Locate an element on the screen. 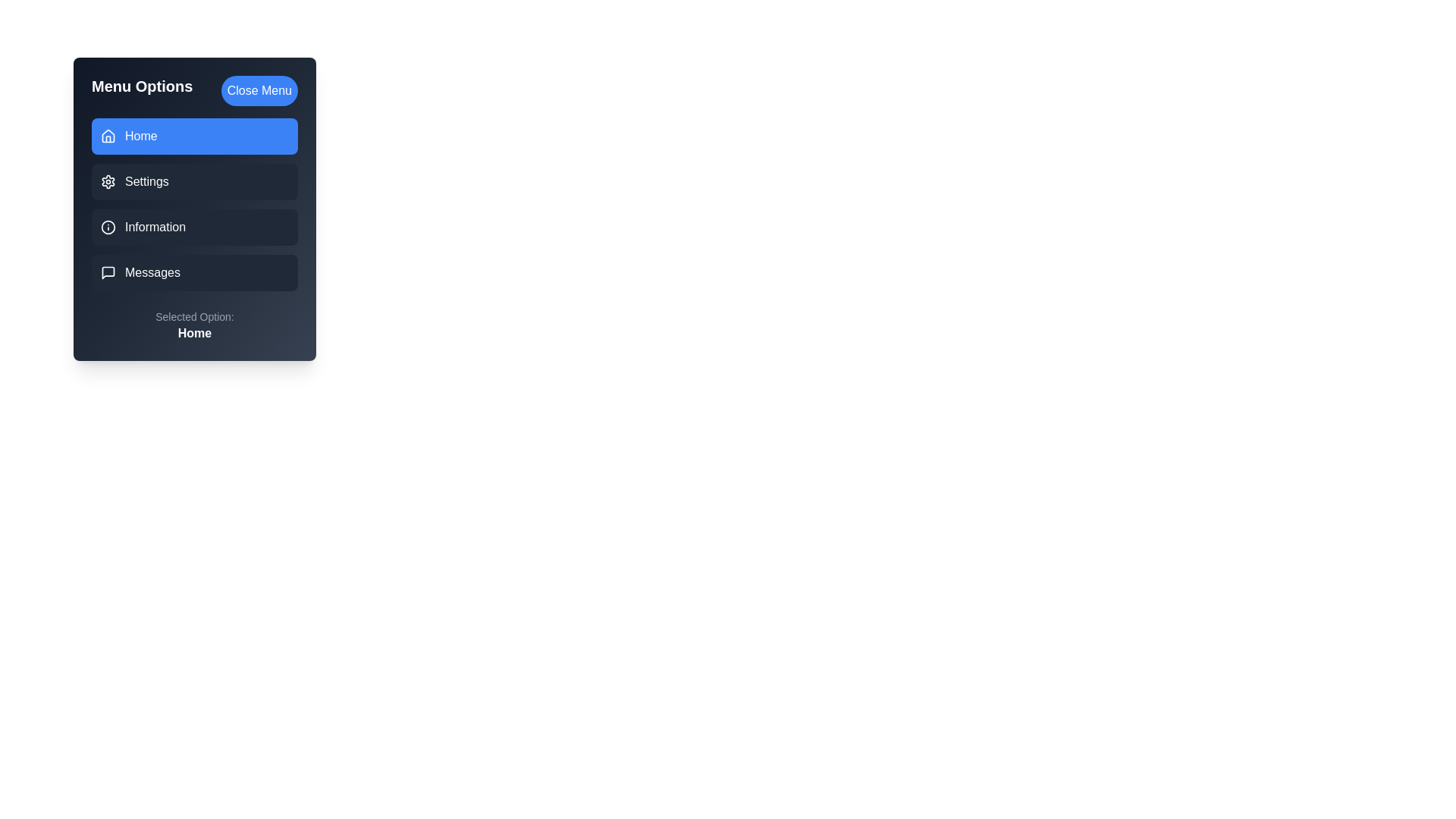 This screenshot has height=819, width=1456. the 'Menu Options' text label is located at coordinates (142, 90).